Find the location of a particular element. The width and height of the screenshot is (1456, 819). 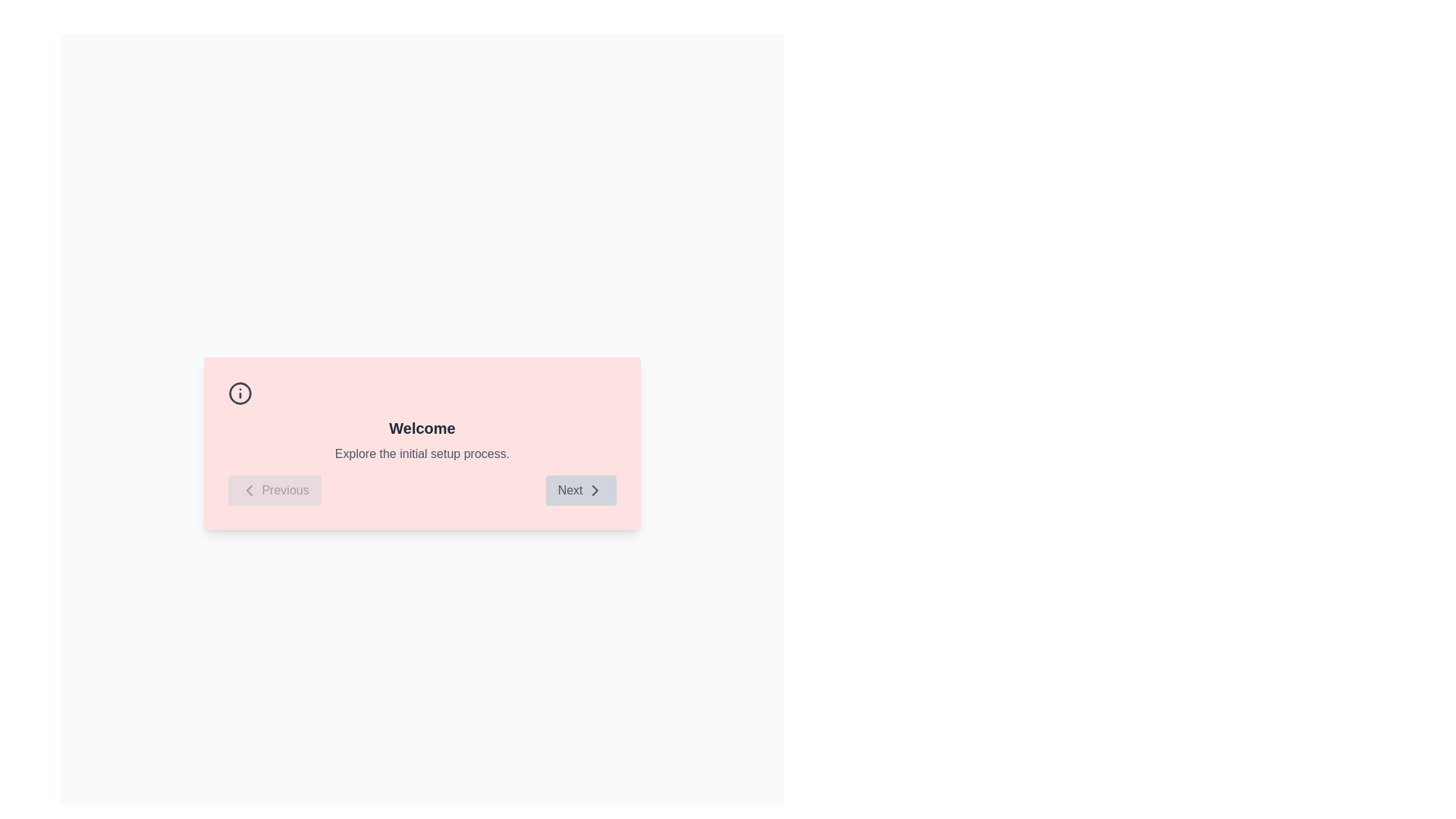

the 'Next' button, which is a rectangular button with a light gray background and gray text located in the bottom right corner of a pink dialog box is located at coordinates (580, 491).